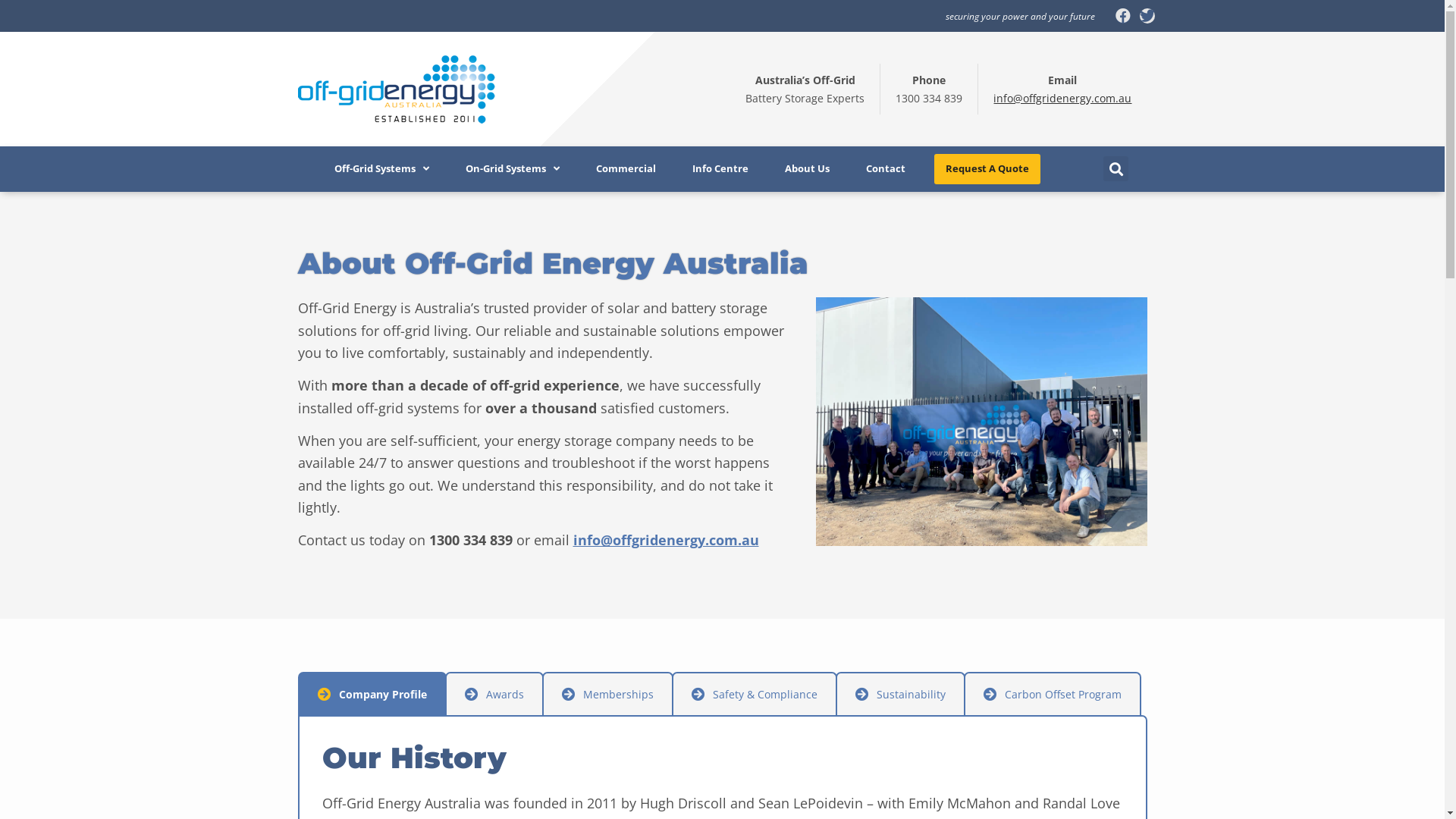 Image resolution: width=1456 pixels, height=819 pixels. Describe the element at coordinates (987, 169) in the screenshot. I see `'Request A Quote'` at that location.